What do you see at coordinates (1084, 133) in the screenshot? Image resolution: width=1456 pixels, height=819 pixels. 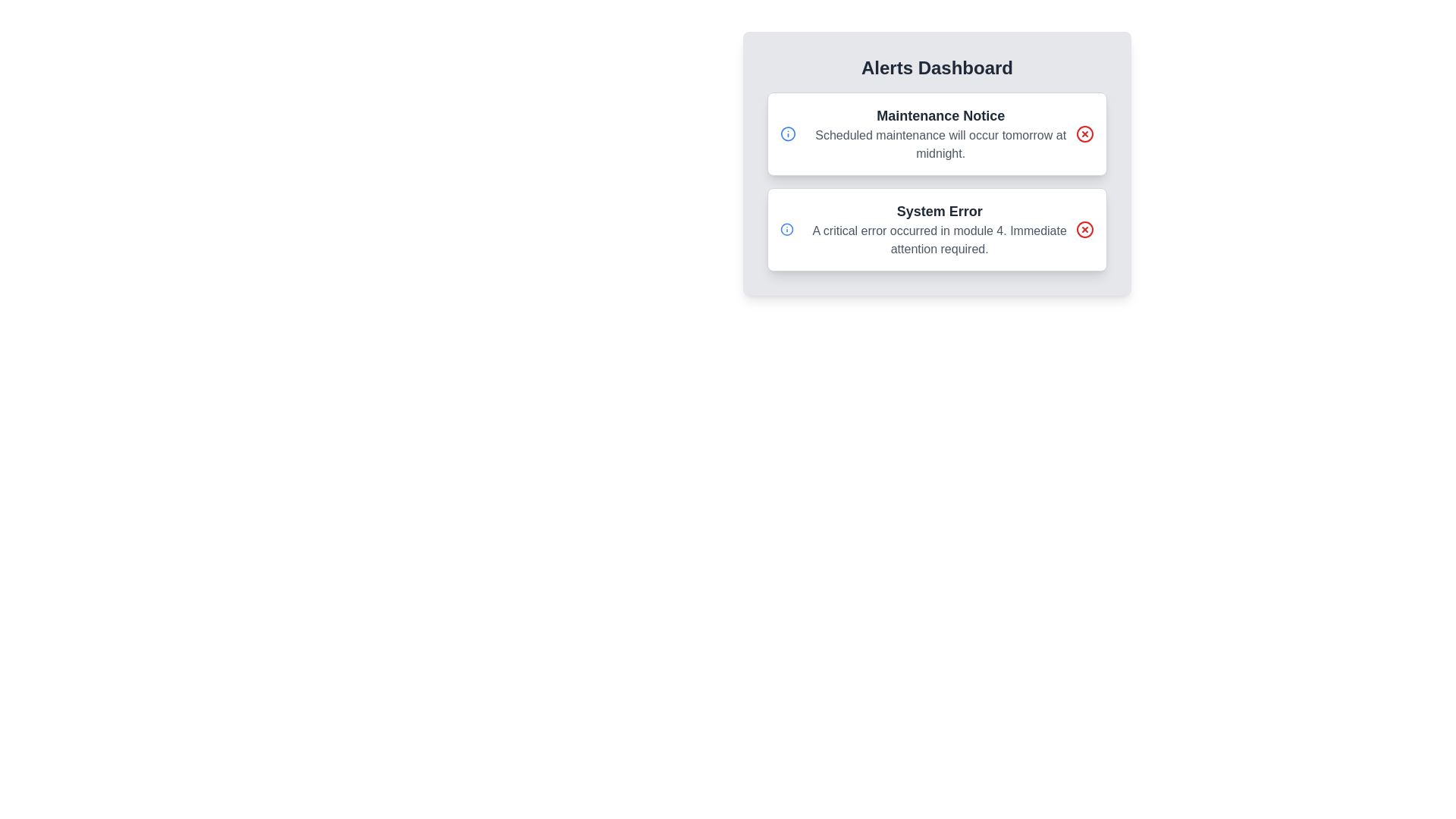 I see `the red circular SVG element located in the right-side area of the 'Maintenance Notice' alert box` at bounding box center [1084, 133].